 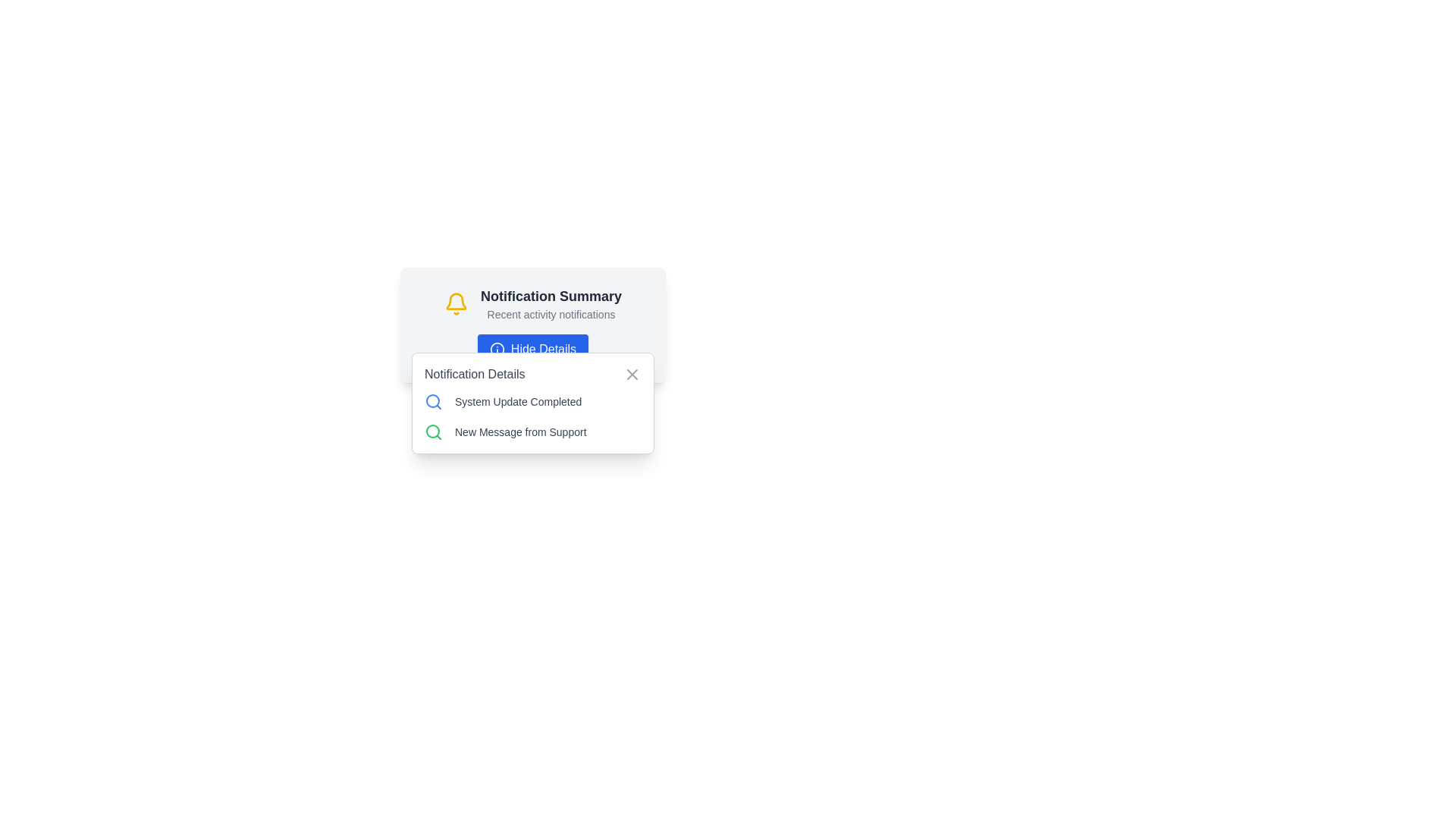 What do you see at coordinates (632, 374) in the screenshot?
I see `the close button represented by a small 'X' icon in the top-right corner of the 'Notification Details' panel` at bounding box center [632, 374].